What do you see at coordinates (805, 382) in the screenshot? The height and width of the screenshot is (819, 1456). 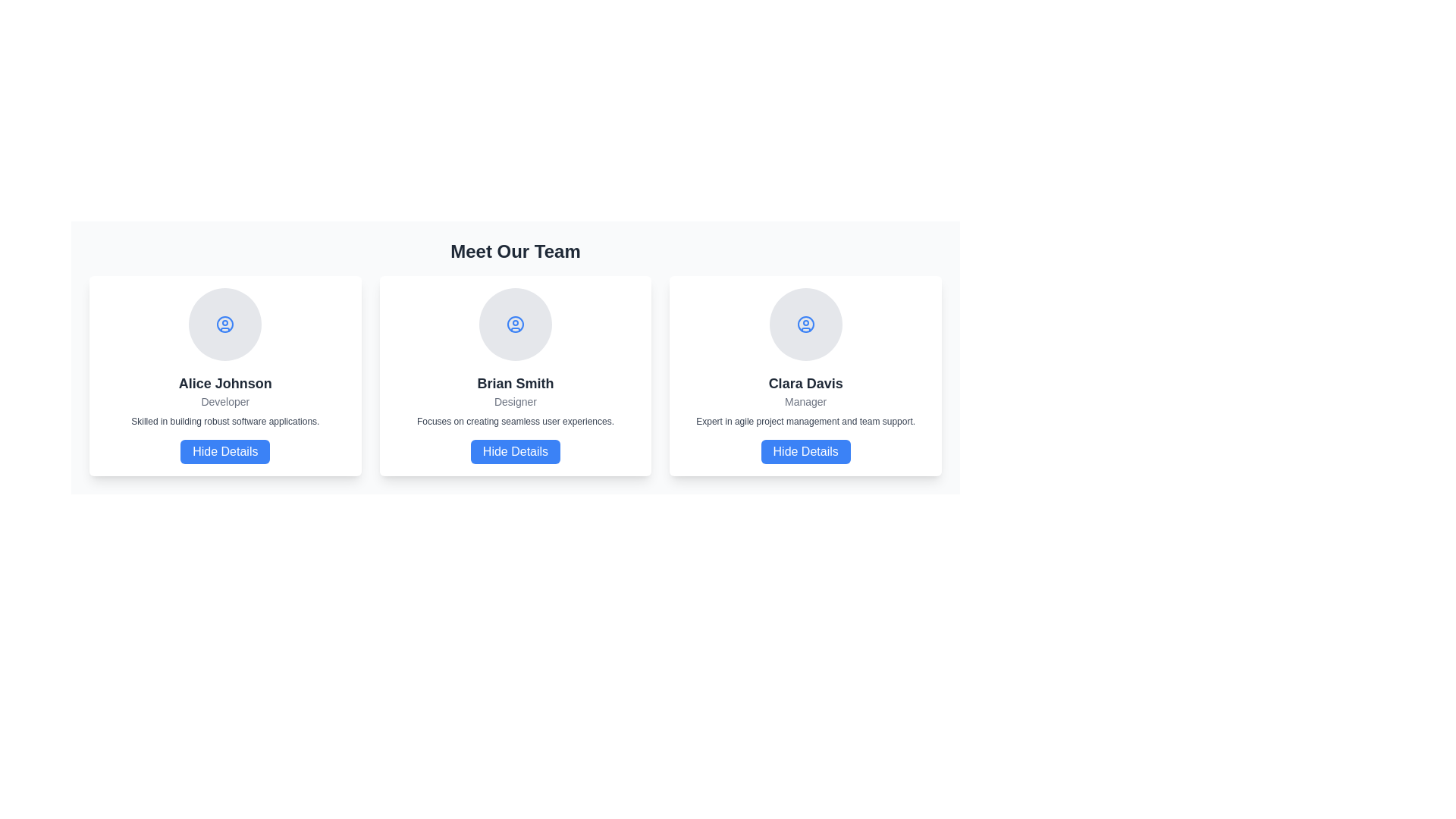 I see `the text label that identifies the individual associated with the third card in the team member section, positioned beneath the avatar icon and above the text 'Manager'` at bounding box center [805, 382].